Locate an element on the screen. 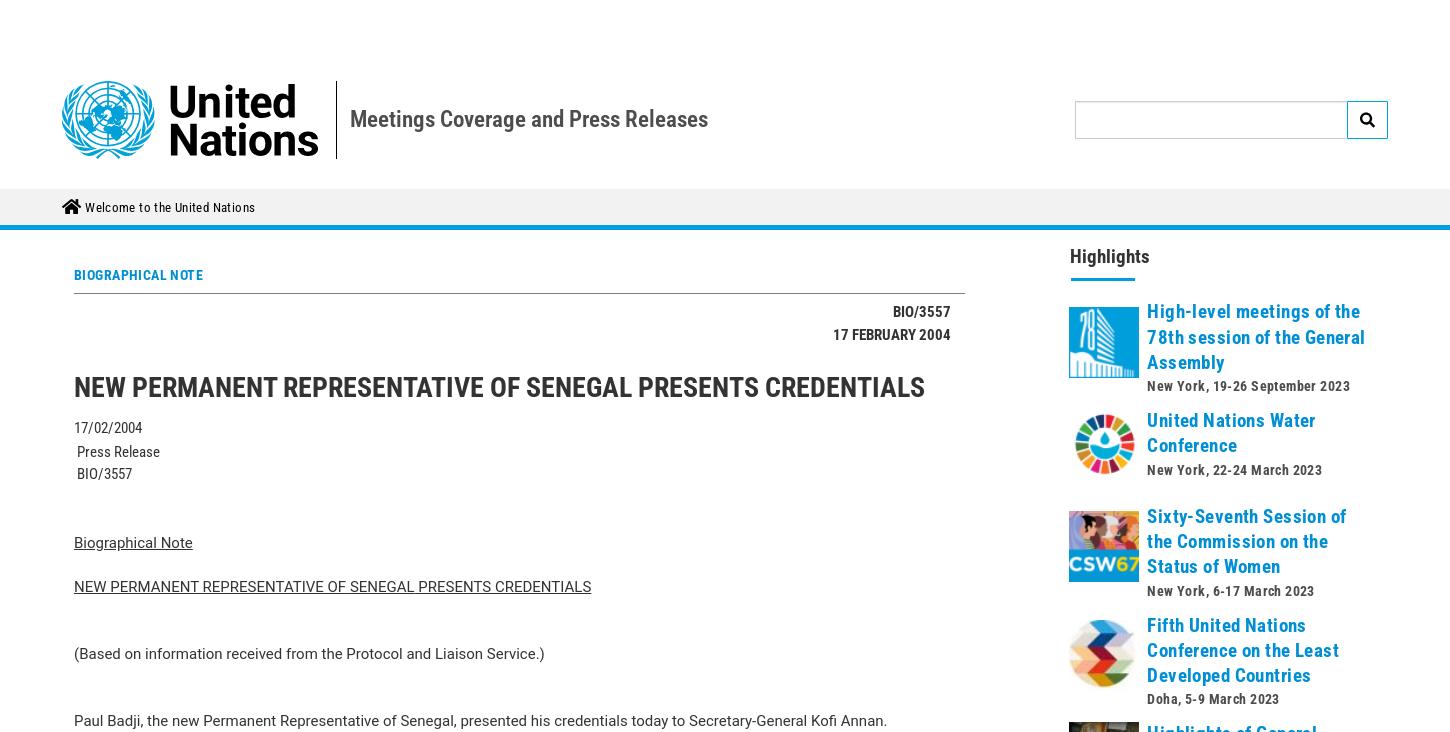 The width and height of the screenshot is (1450, 732). 'New York, 22-24 March 2023' is located at coordinates (1234, 279).